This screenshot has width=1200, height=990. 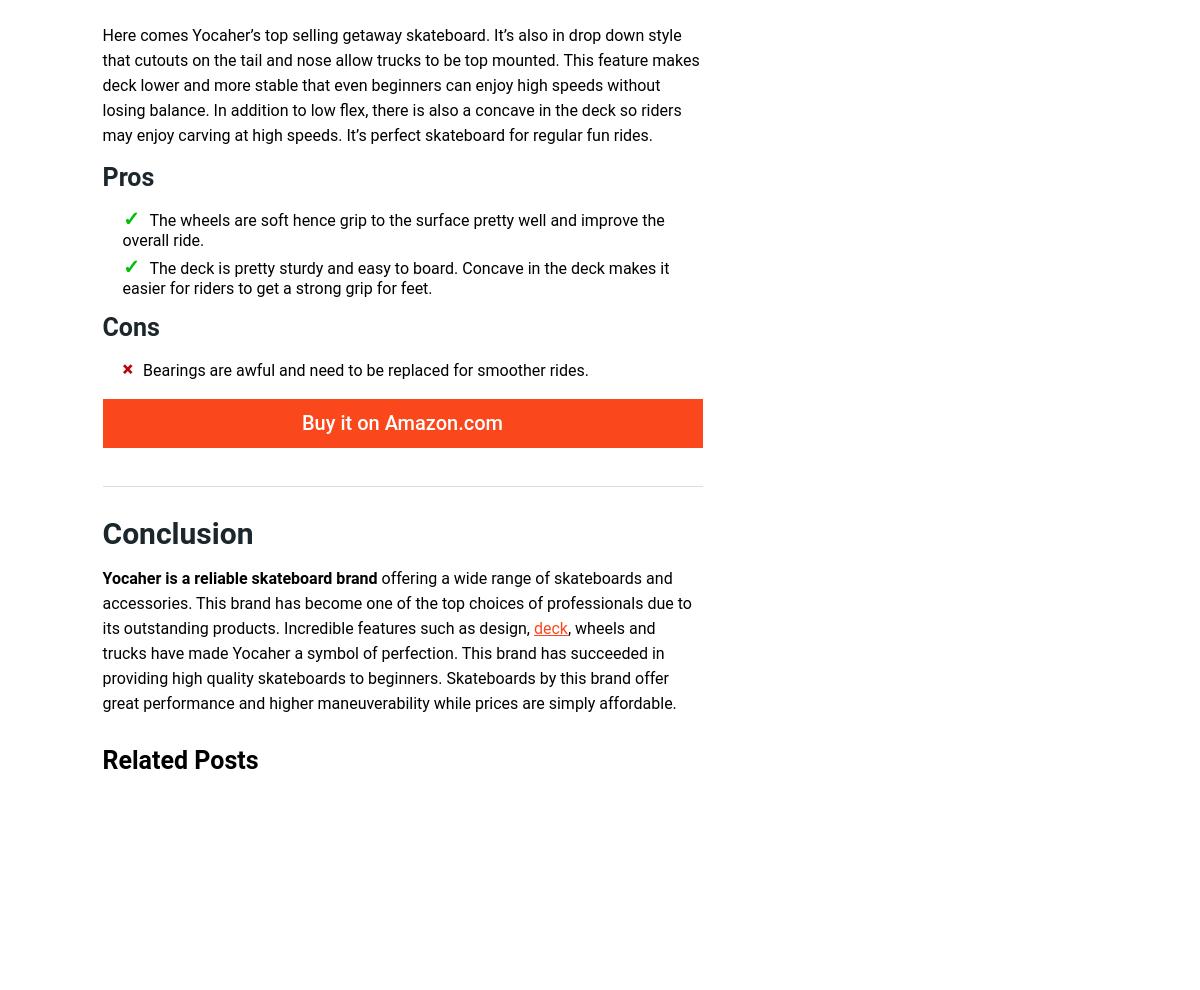 I want to click on 'deck', so click(x=548, y=627).